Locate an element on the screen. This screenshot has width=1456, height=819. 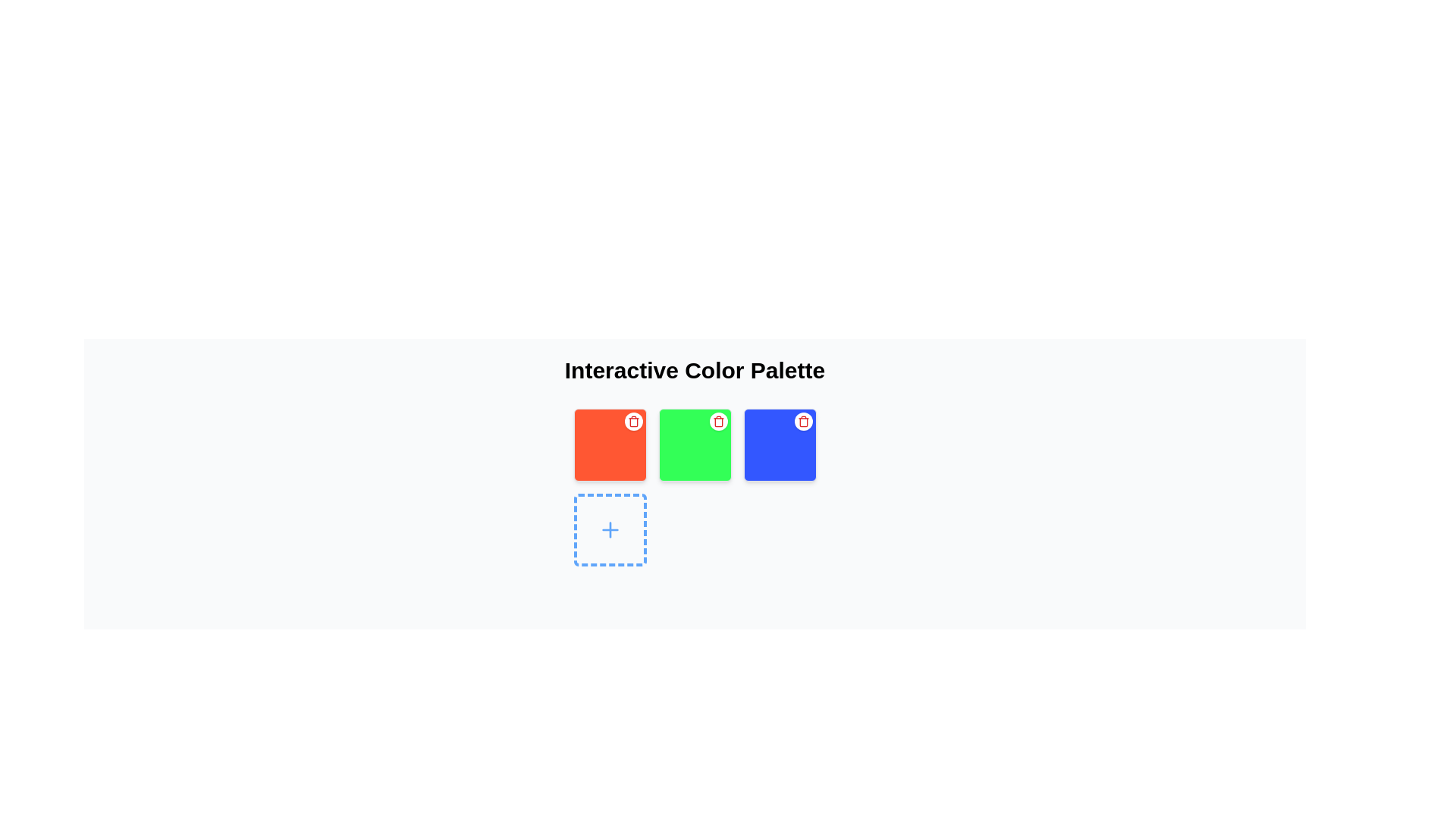
the first colored tile with a delete functionality, which is a square tile with an orange background and a white circular icon with a red trash can symbol at the top-right corner is located at coordinates (610, 444).